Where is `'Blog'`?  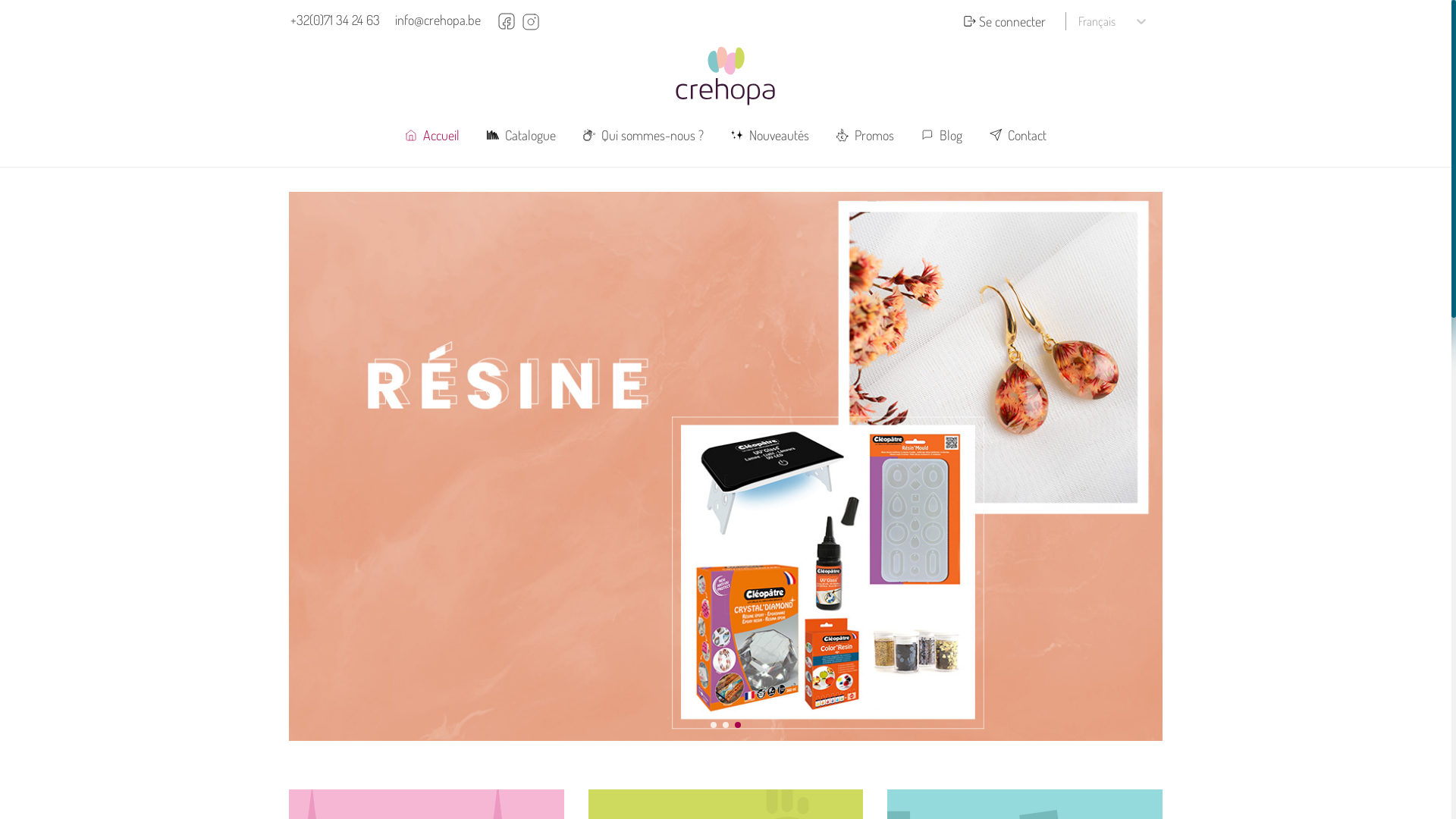 'Blog' is located at coordinates (941, 133).